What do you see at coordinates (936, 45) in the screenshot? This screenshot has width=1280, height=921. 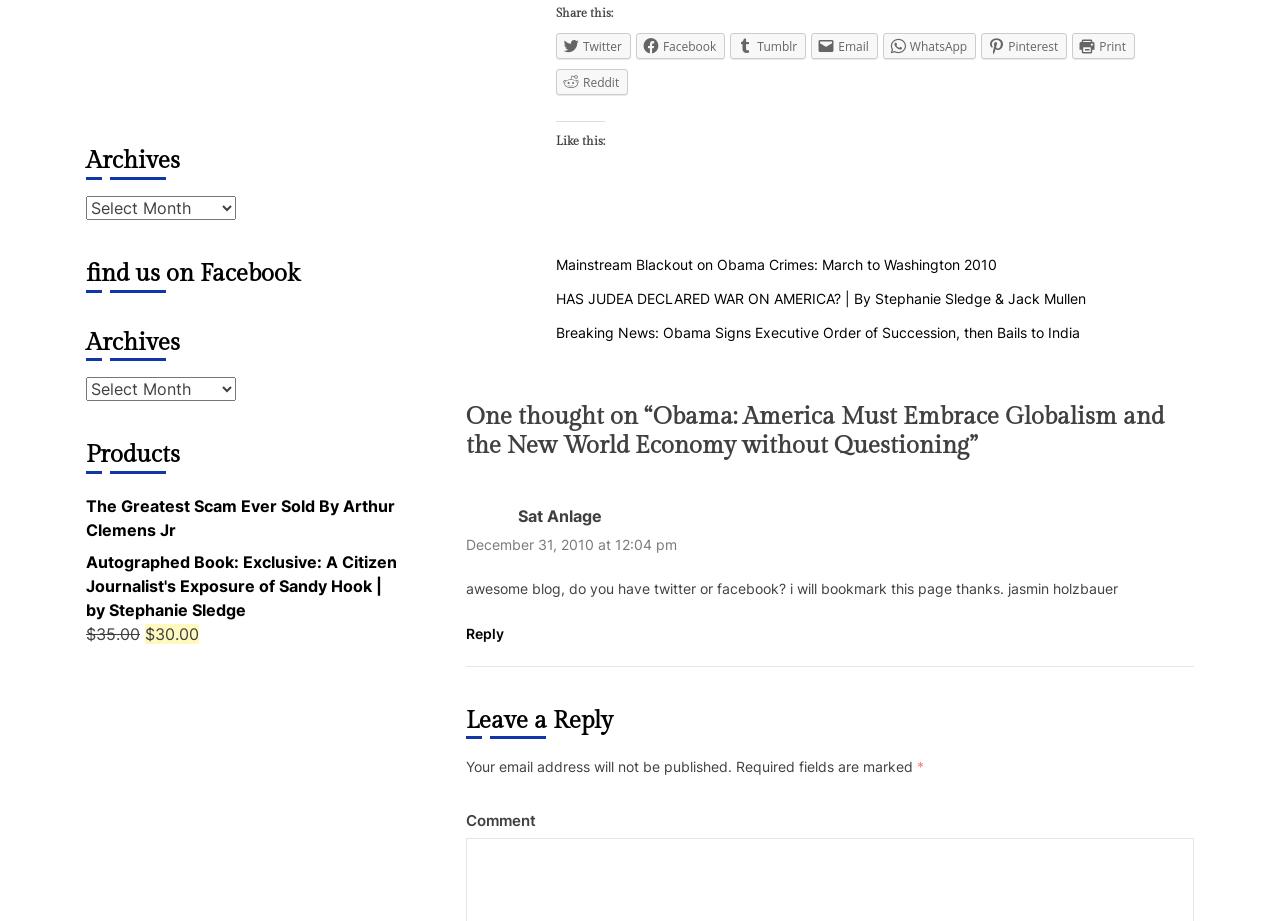 I see `'WhatsApp'` at bounding box center [936, 45].